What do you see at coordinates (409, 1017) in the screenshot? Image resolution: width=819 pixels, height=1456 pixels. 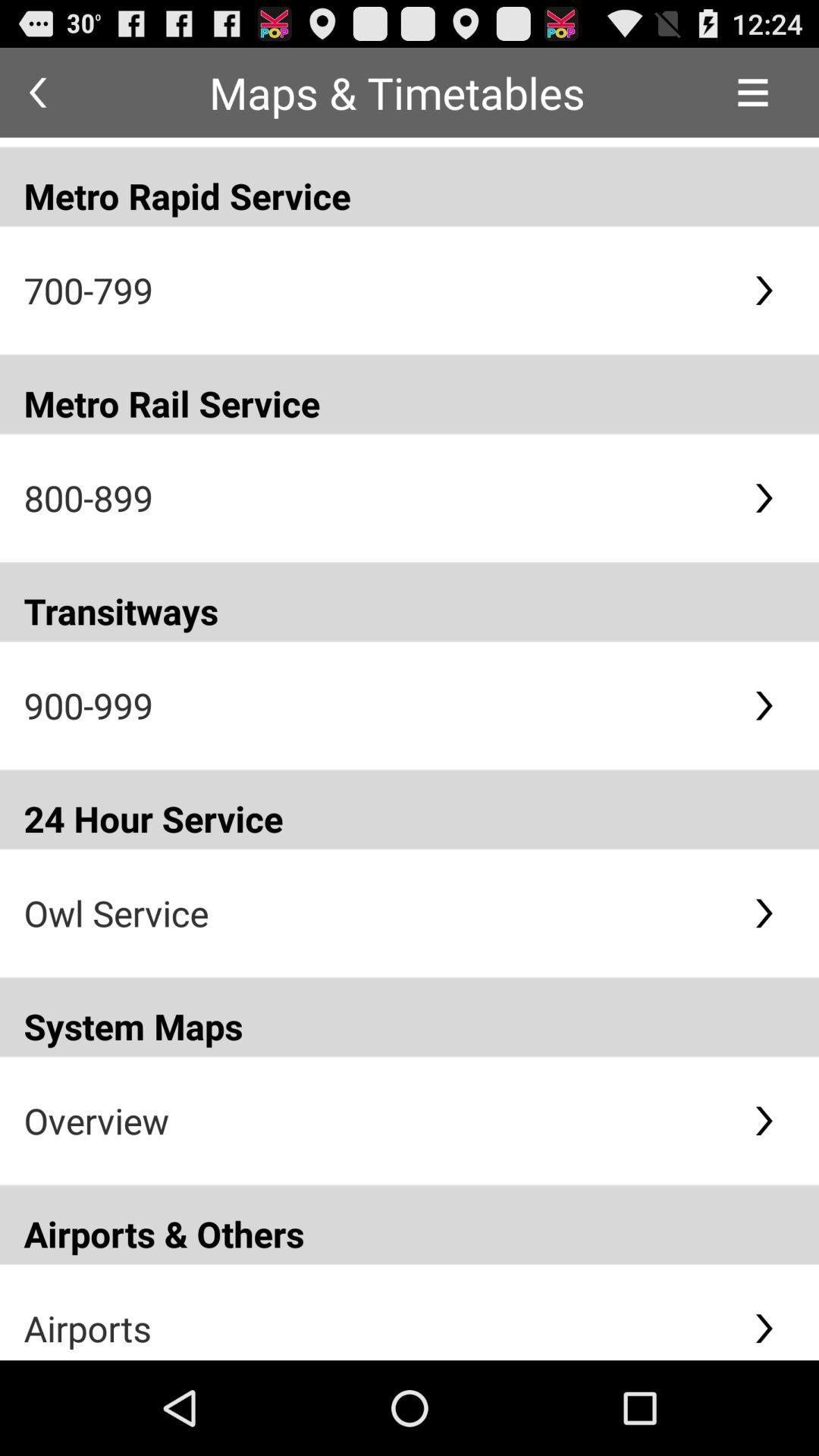 I see `system maps icon` at bounding box center [409, 1017].